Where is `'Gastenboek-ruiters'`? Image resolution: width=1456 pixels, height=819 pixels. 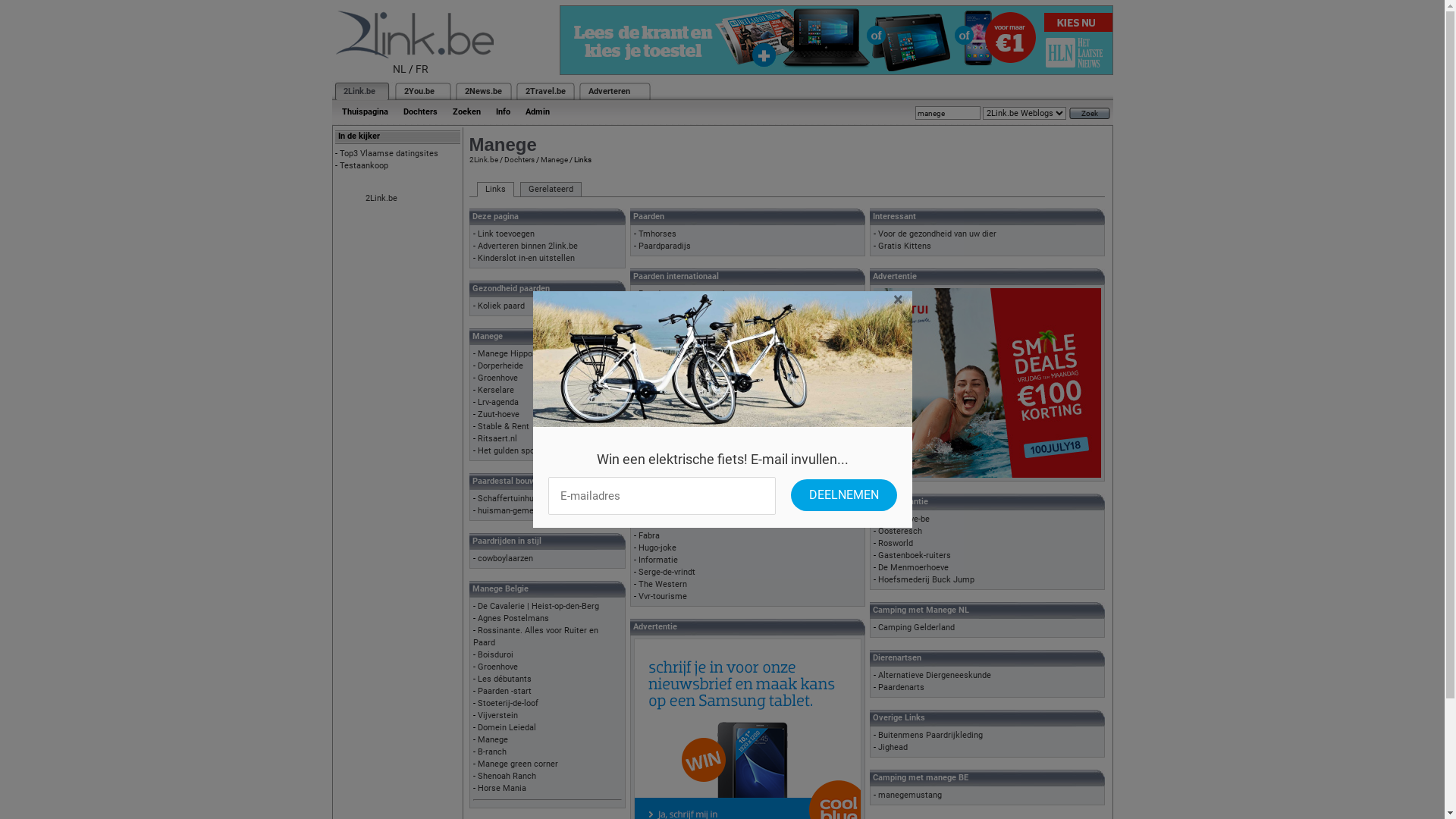
'Gastenboek-ruiters' is located at coordinates (913, 555).